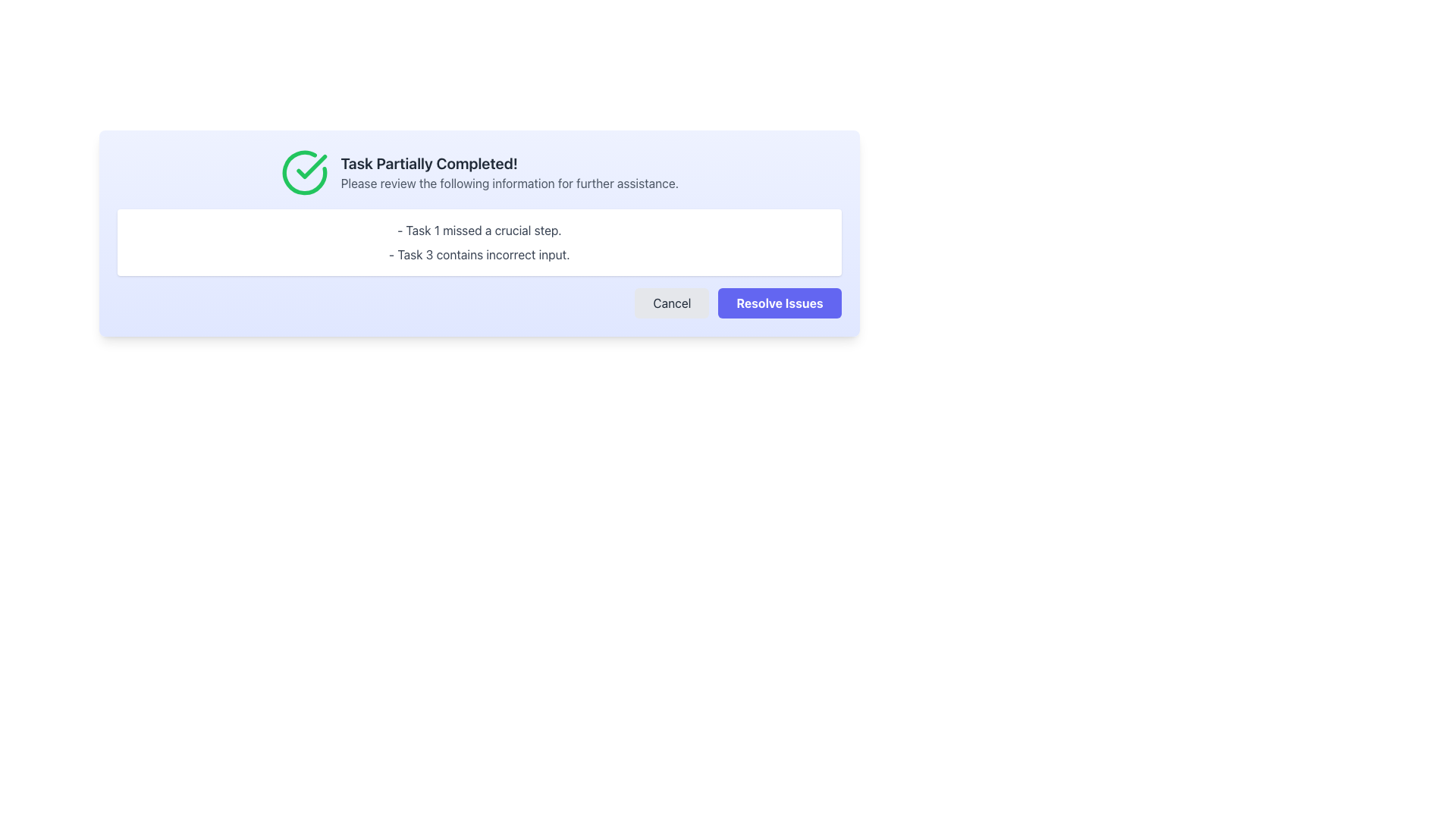  Describe the element at coordinates (479, 253) in the screenshot. I see `the text element that reads '- Task 3 contains incorrect input.' which is the second line in a two-item list within a light-colored rectangular box below another entry and is surrounded by a purple background` at that location.